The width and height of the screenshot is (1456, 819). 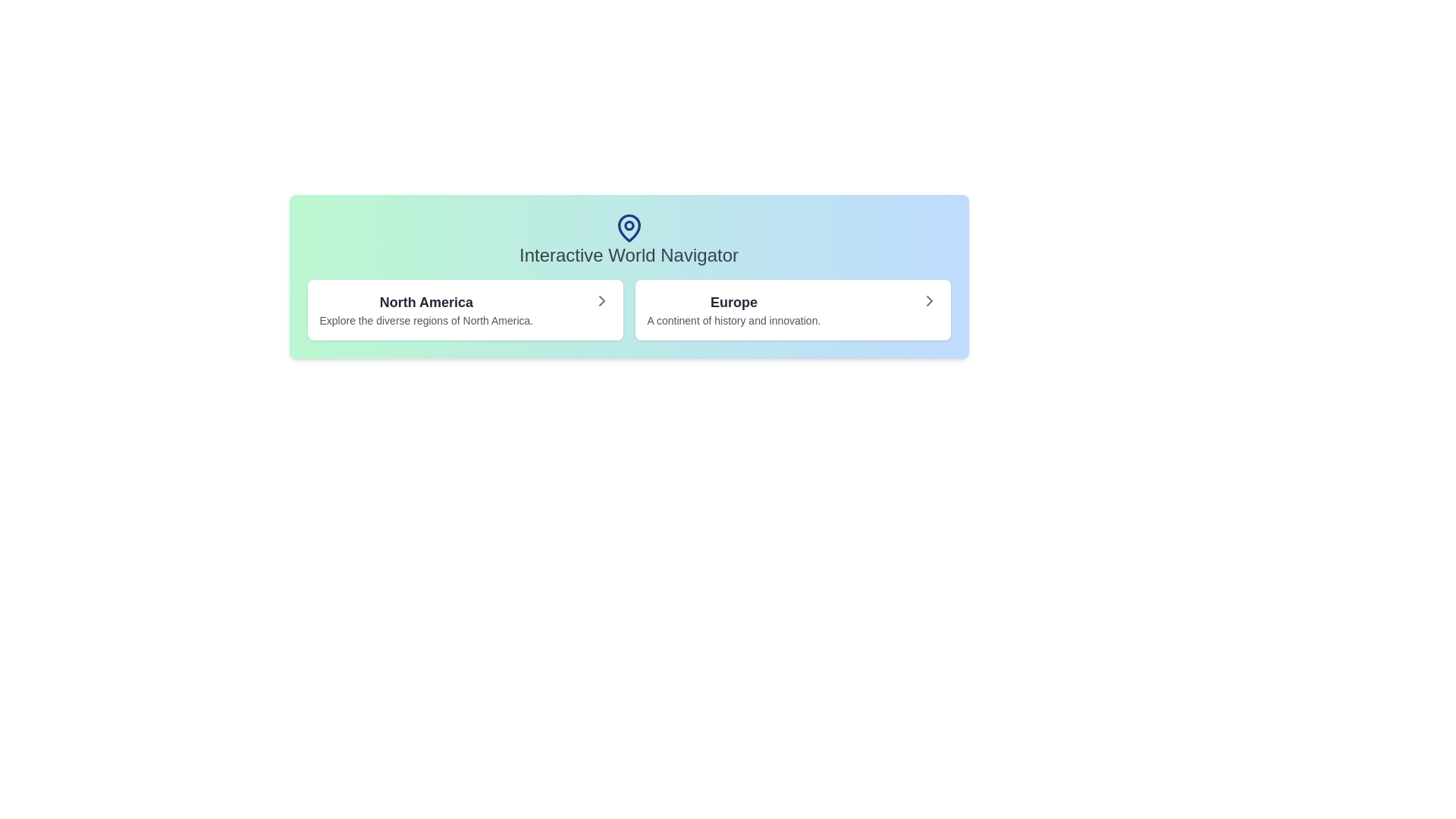 I want to click on the descriptive text element that provides secondary detail about the title 'Europe', so click(x=733, y=320).